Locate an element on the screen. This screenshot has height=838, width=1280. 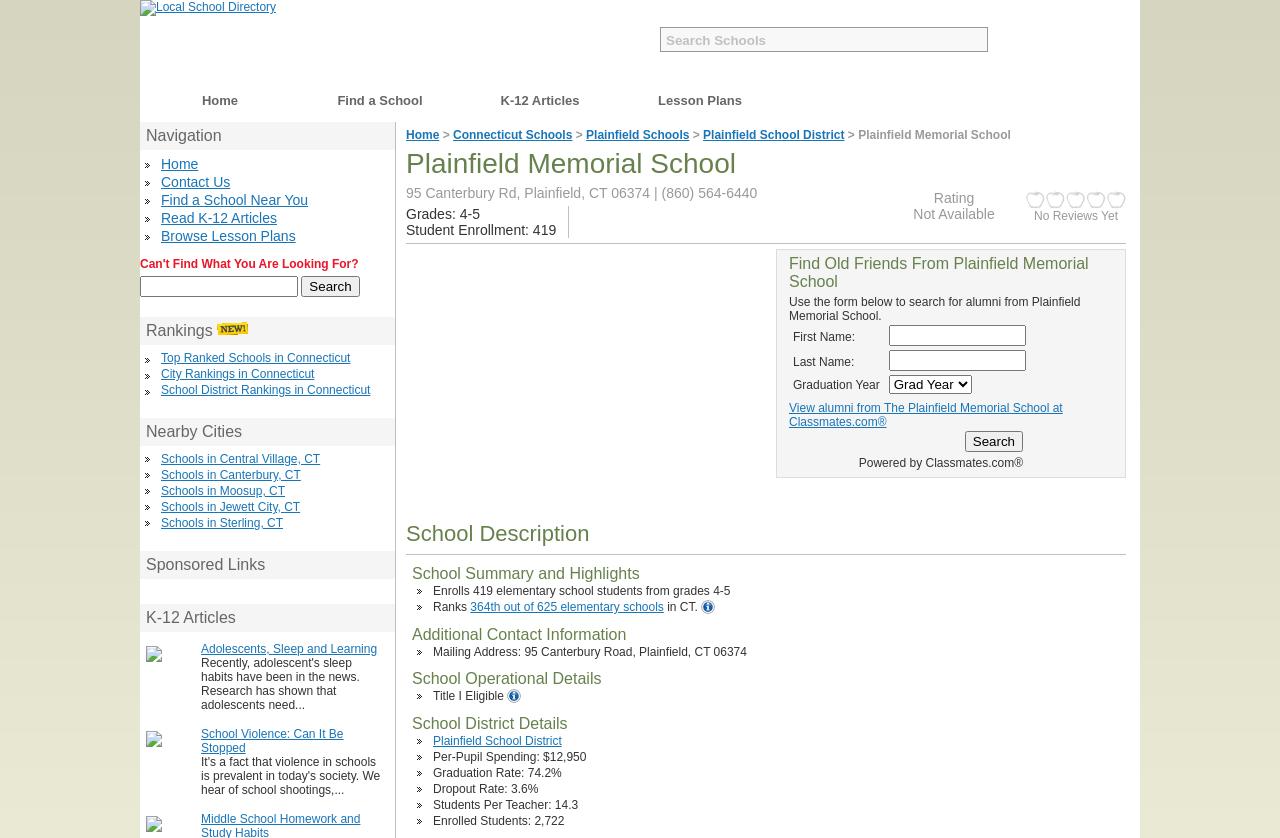
'Can't Find What You Are Looking For?' is located at coordinates (247, 262).